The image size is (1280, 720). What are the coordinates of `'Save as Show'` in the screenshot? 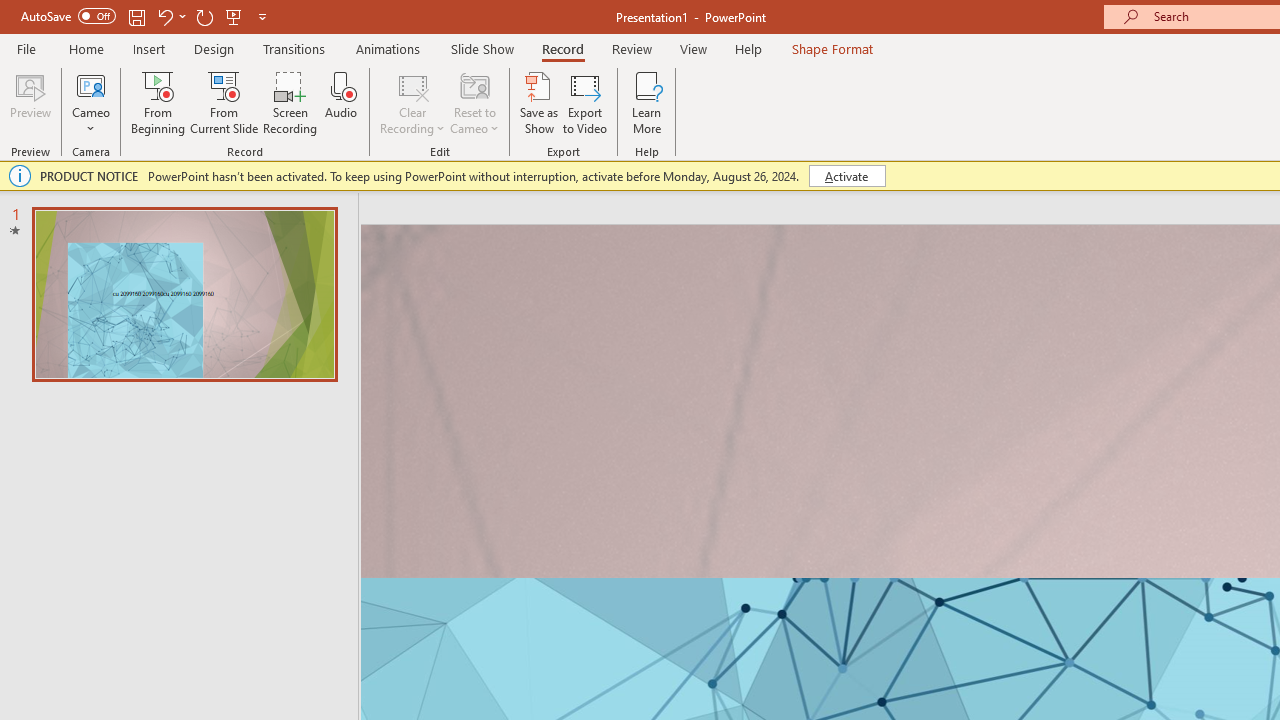 It's located at (539, 103).